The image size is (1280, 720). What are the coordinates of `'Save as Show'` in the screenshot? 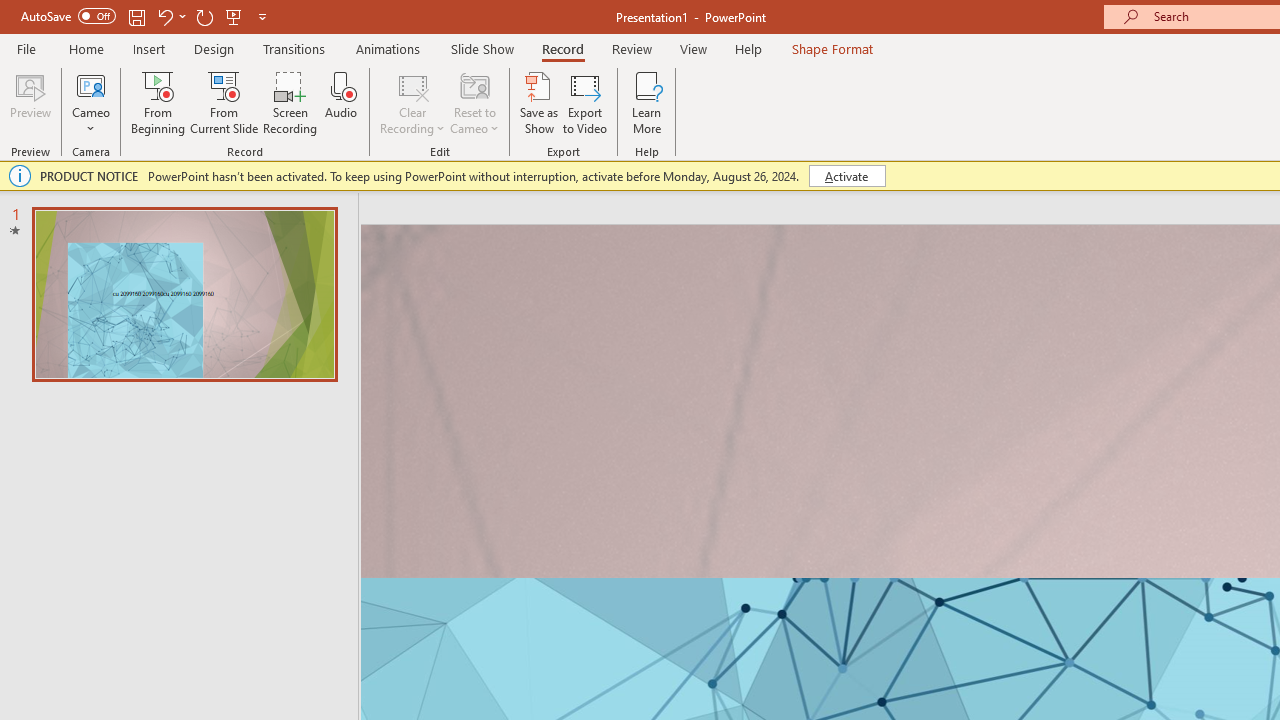 It's located at (539, 103).